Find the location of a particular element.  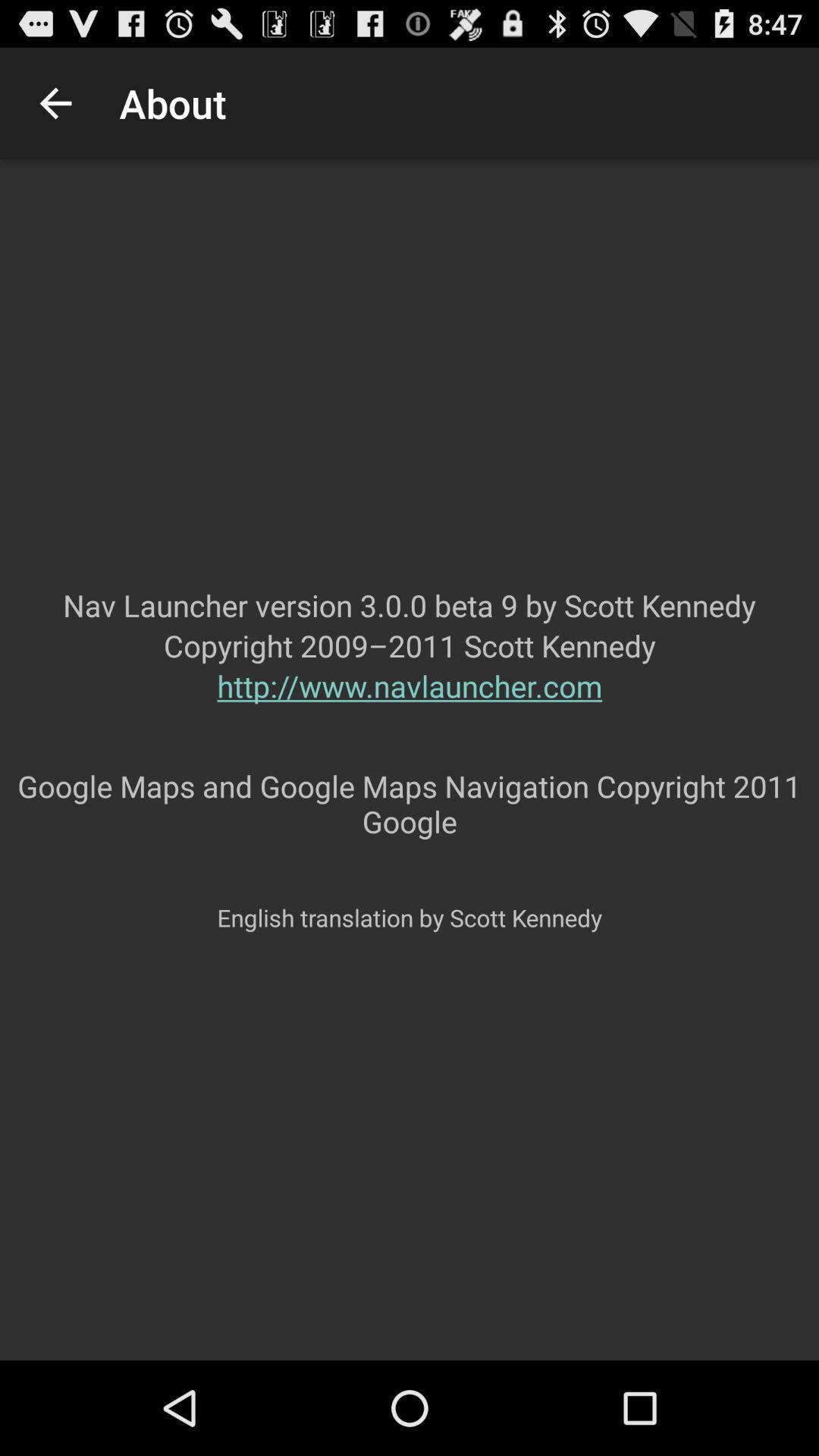

the item next to about icon is located at coordinates (55, 102).